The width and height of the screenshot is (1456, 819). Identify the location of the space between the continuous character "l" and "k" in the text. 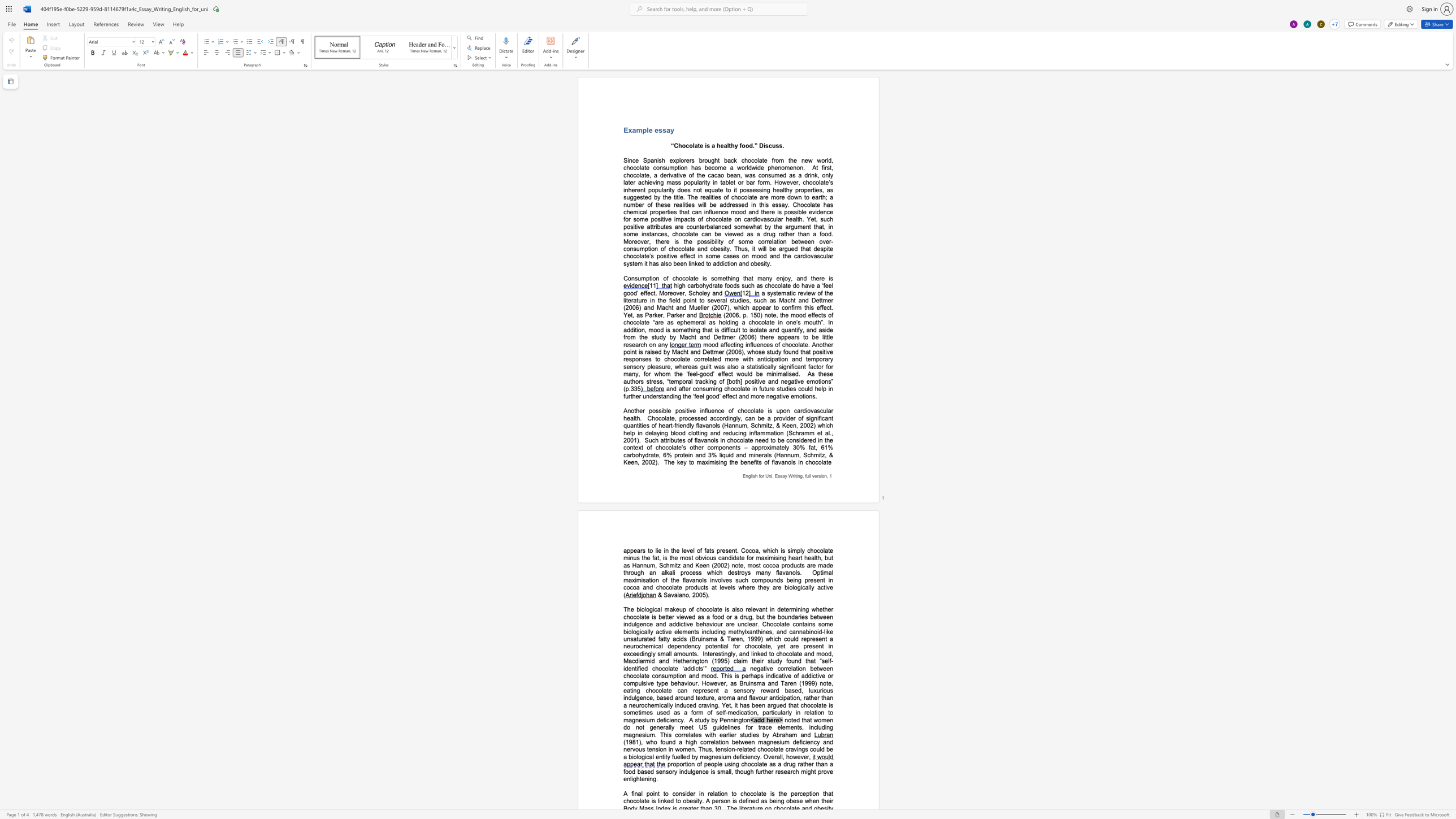
(665, 572).